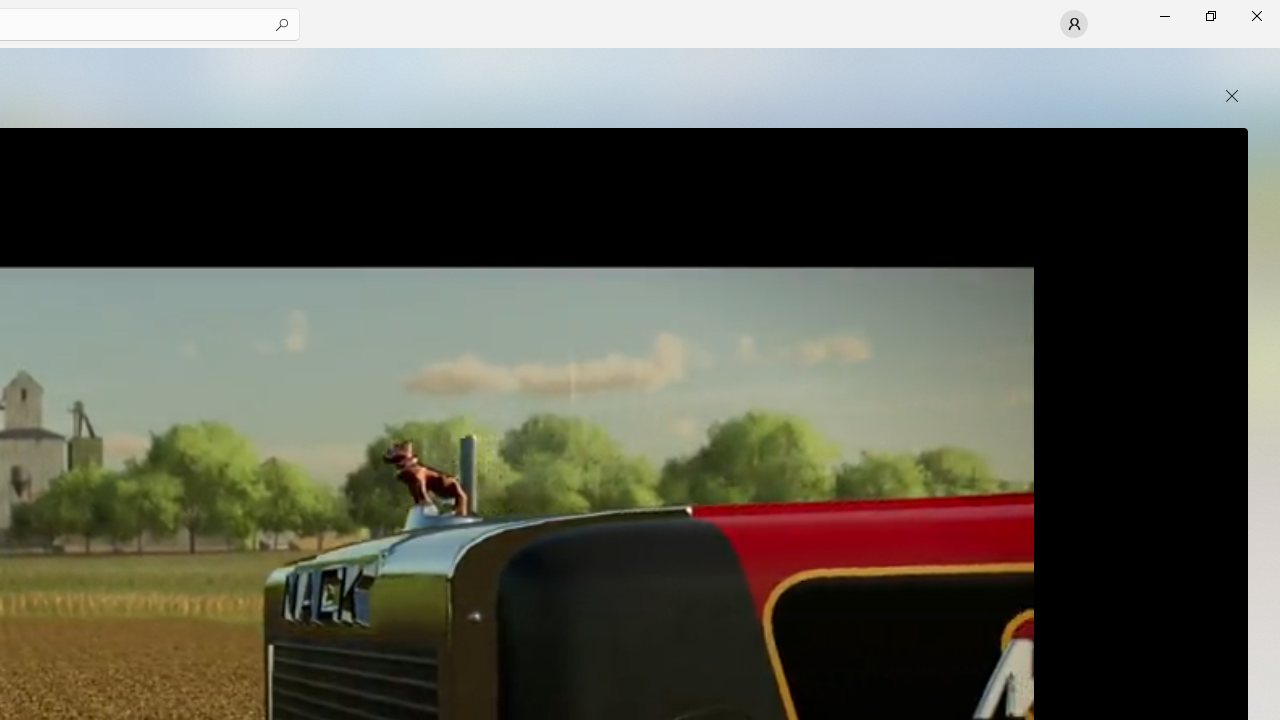 The width and height of the screenshot is (1280, 720). What do you see at coordinates (1164, 15) in the screenshot?
I see `'Minimize Microsoft Store'` at bounding box center [1164, 15].